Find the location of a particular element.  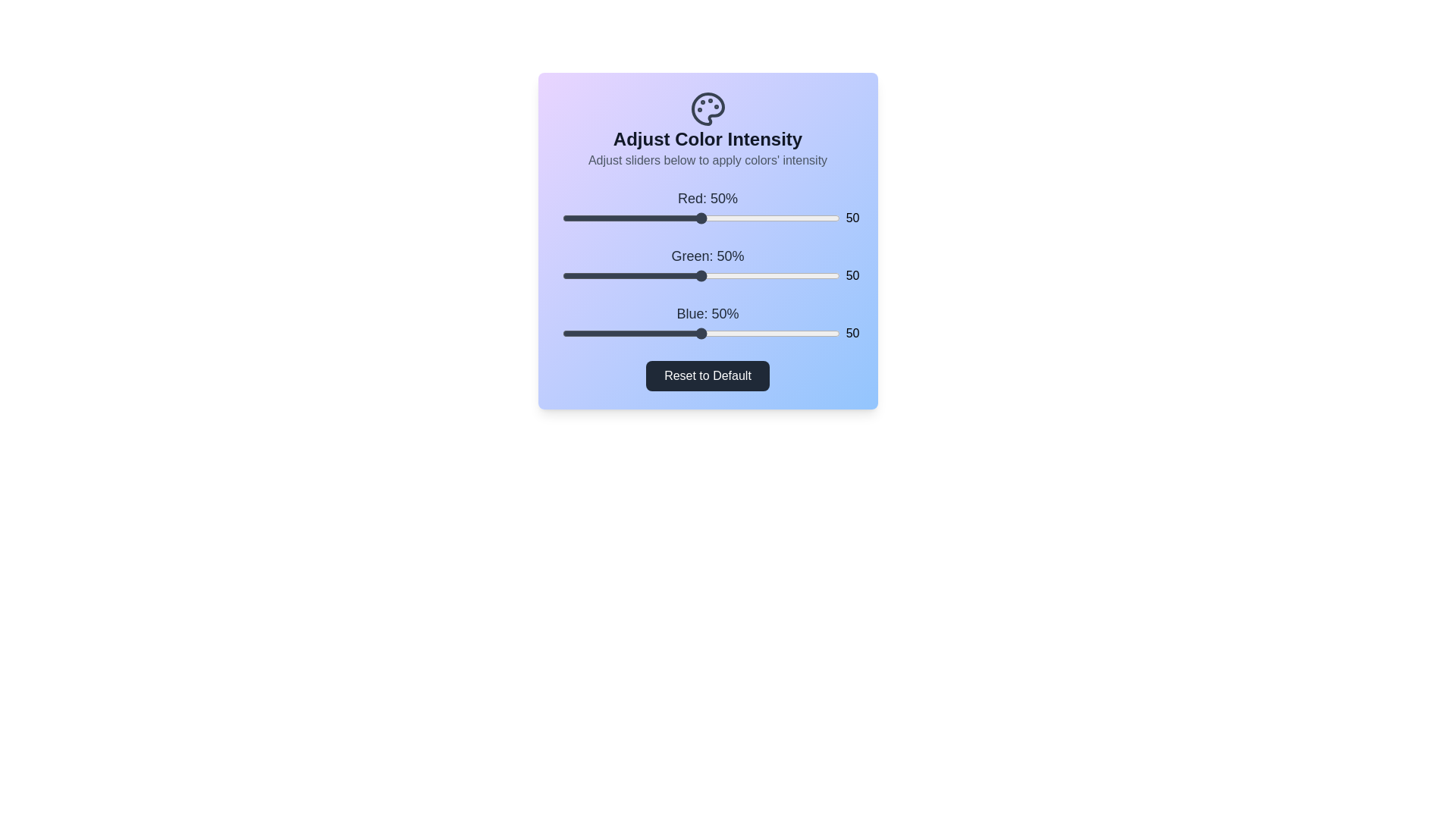

the 0 slider to 5% is located at coordinates (575, 218).